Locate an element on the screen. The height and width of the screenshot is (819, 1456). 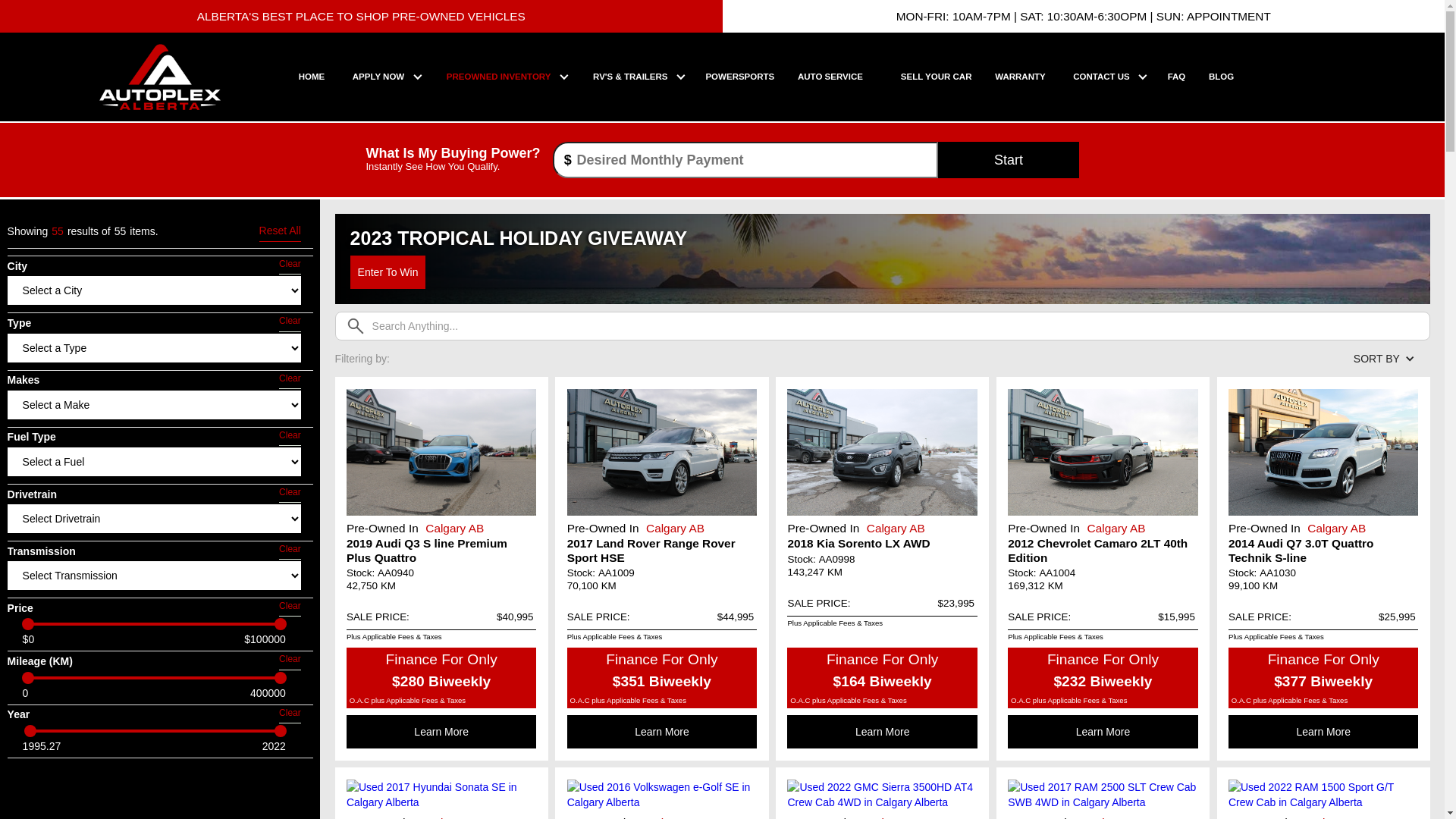
'FAQ' is located at coordinates (1175, 77).